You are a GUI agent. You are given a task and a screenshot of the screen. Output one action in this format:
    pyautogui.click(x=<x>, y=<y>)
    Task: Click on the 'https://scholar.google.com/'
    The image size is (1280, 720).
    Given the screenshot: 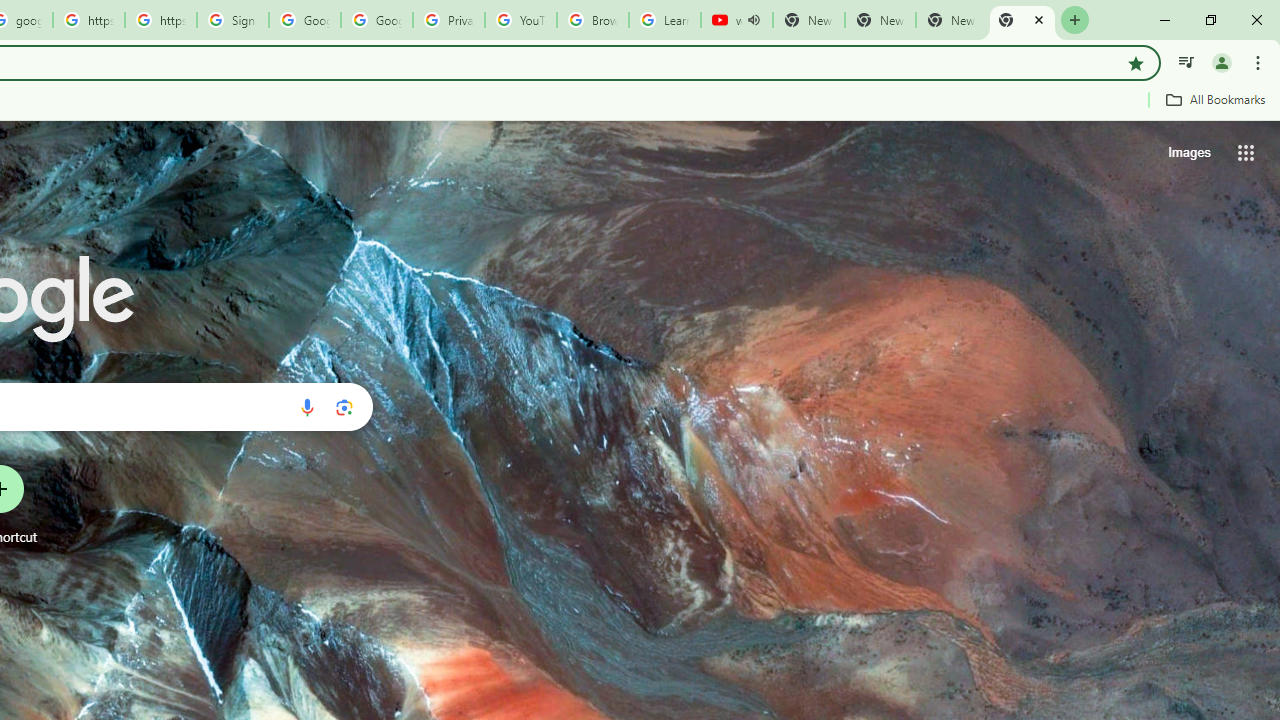 What is the action you would take?
    pyautogui.click(x=161, y=20)
    